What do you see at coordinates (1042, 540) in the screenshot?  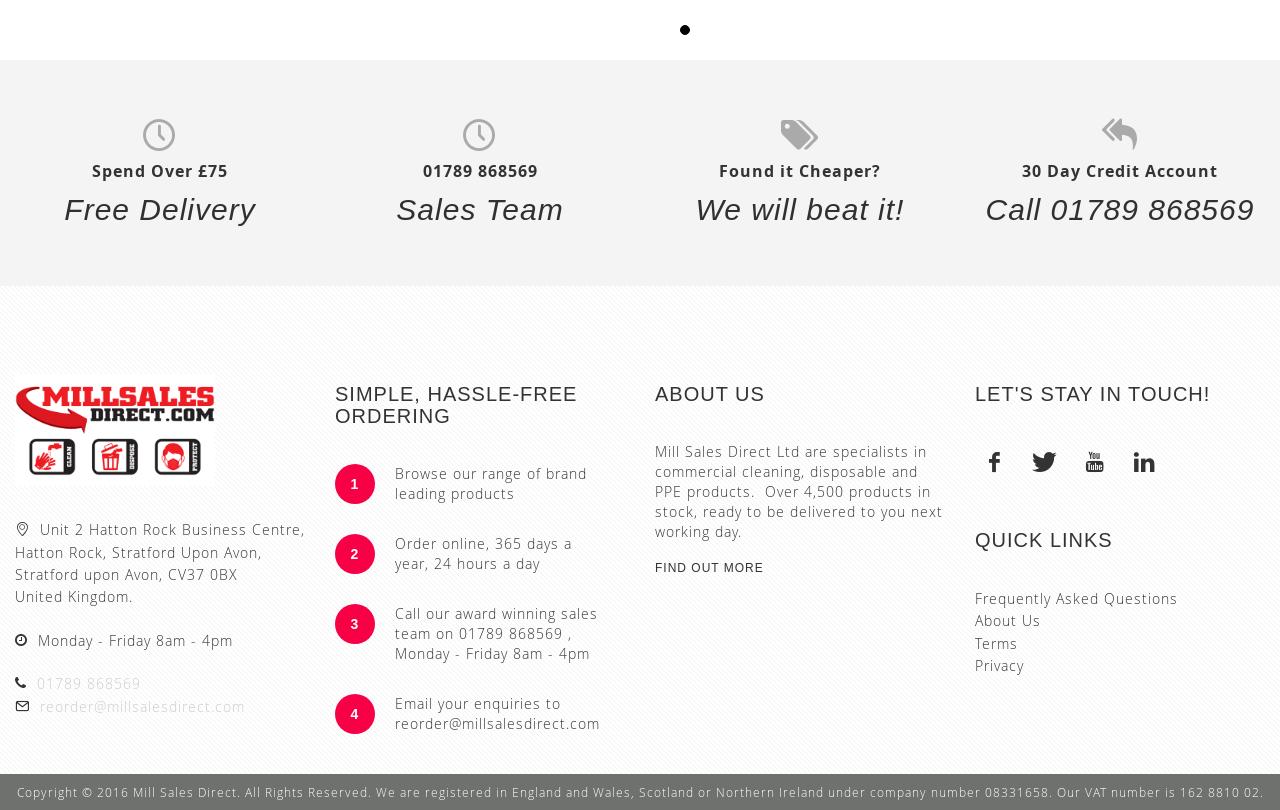 I see `'Quick Links'` at bounding box center [1042, 540].